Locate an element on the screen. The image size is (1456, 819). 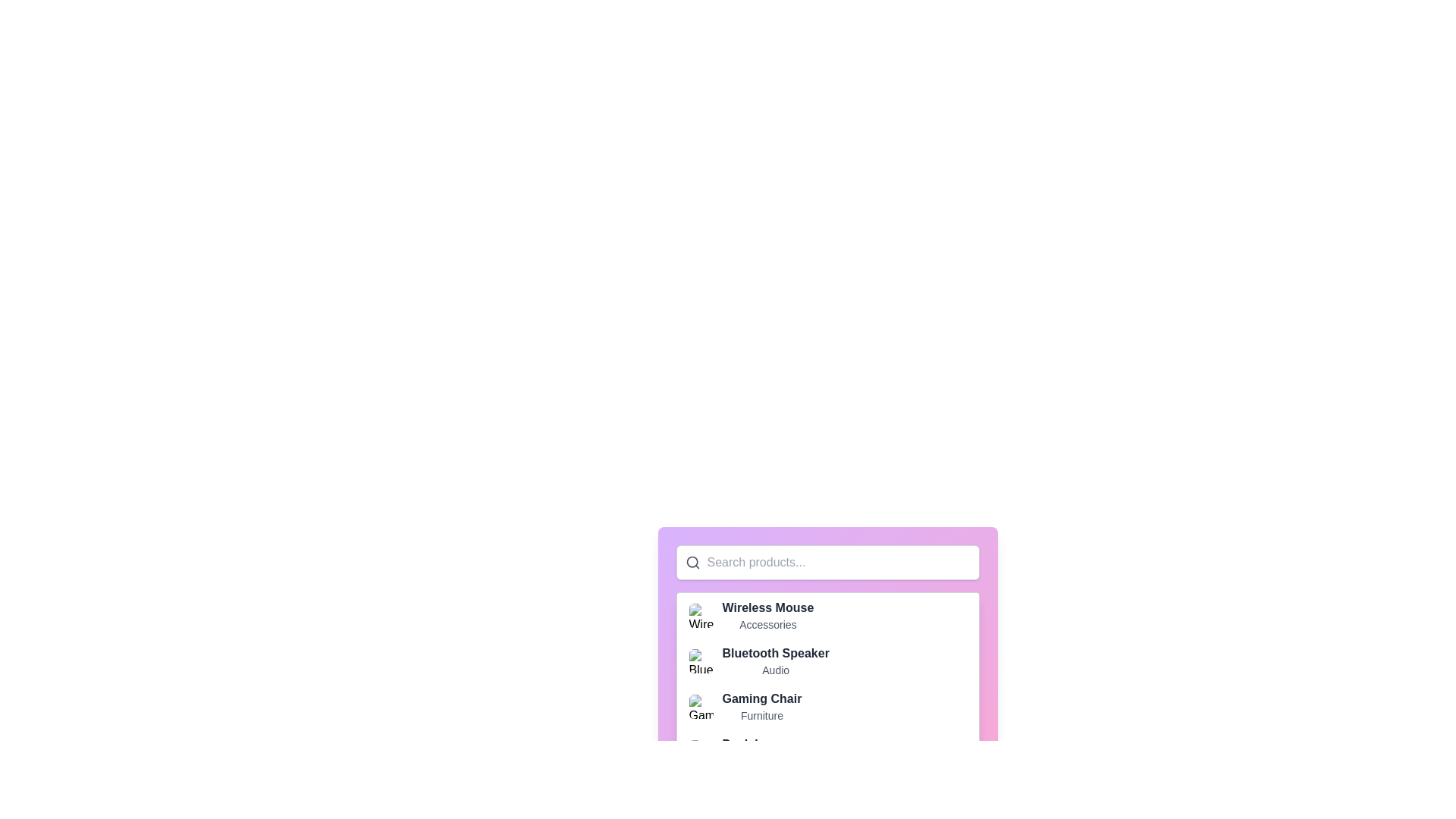
the first list item titled 'Wireless Mouse' in the dropdown menu is located at coordinates (827, 616).